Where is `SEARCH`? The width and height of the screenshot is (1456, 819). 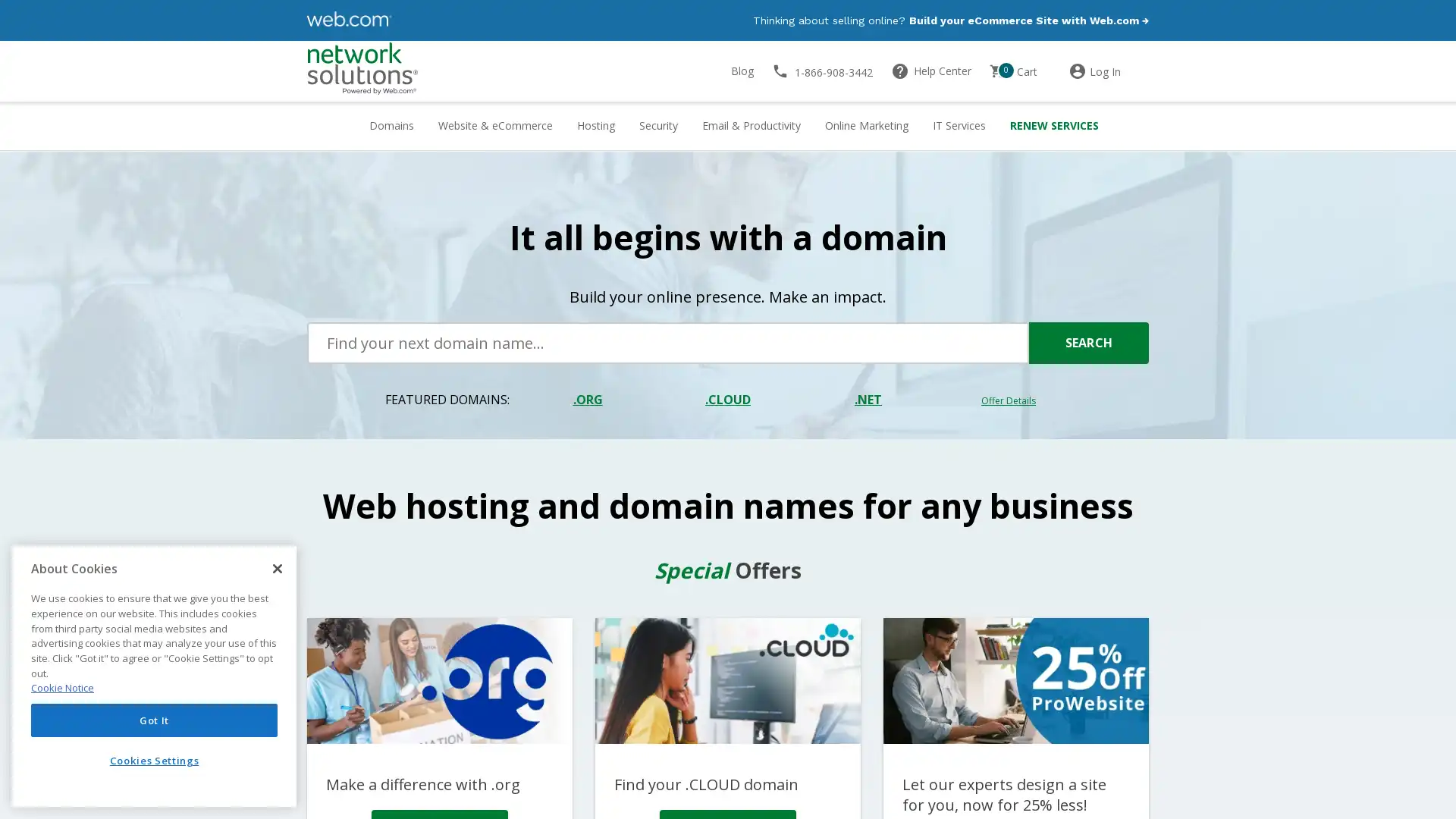 SEARCH is located at coordinates (1087, 343).